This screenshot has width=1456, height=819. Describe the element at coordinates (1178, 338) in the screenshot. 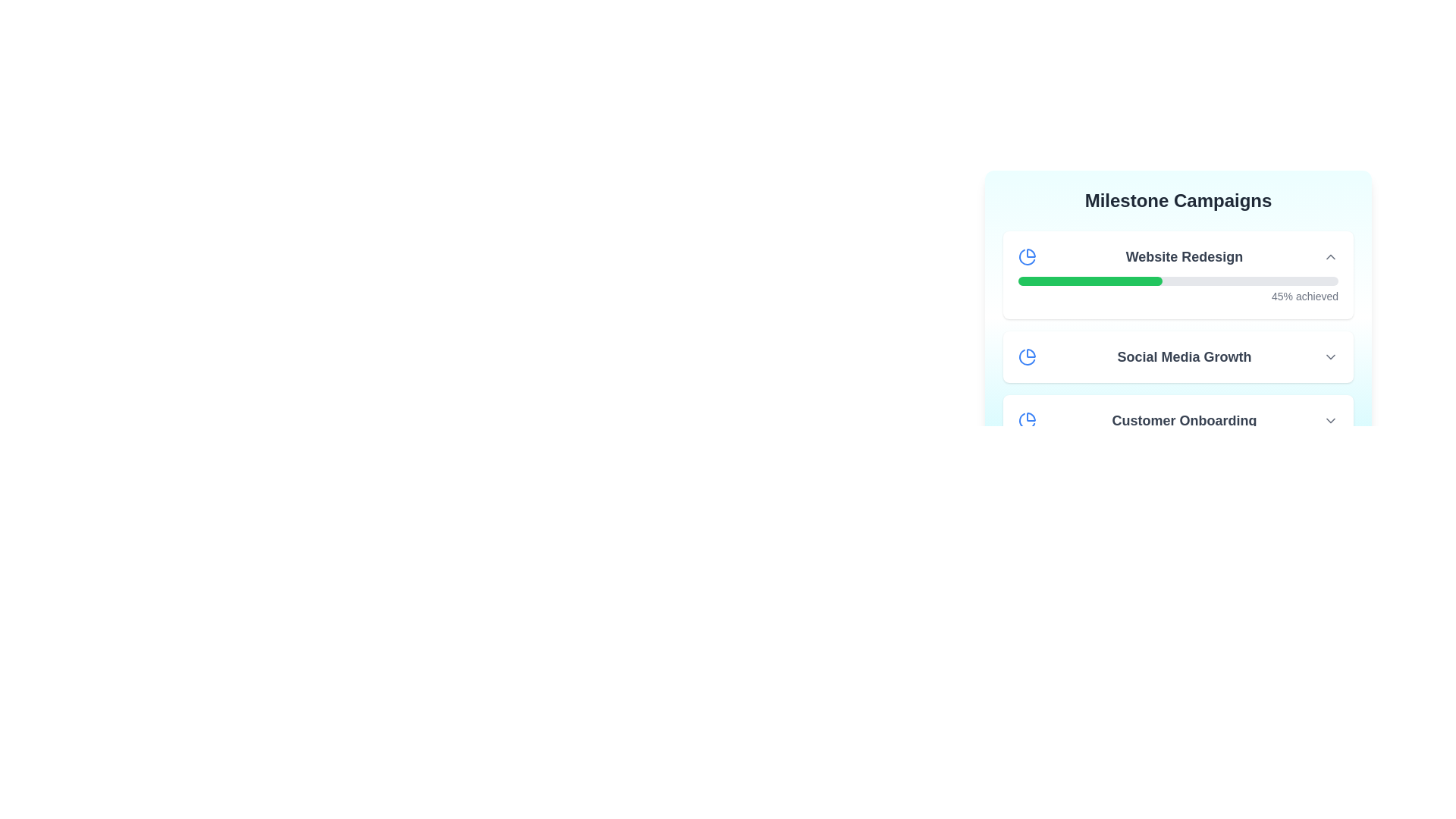

I see `the second item in the 'Milestone Campaigns' list, which represents the 'Social Media Growth' milestone` at that location.